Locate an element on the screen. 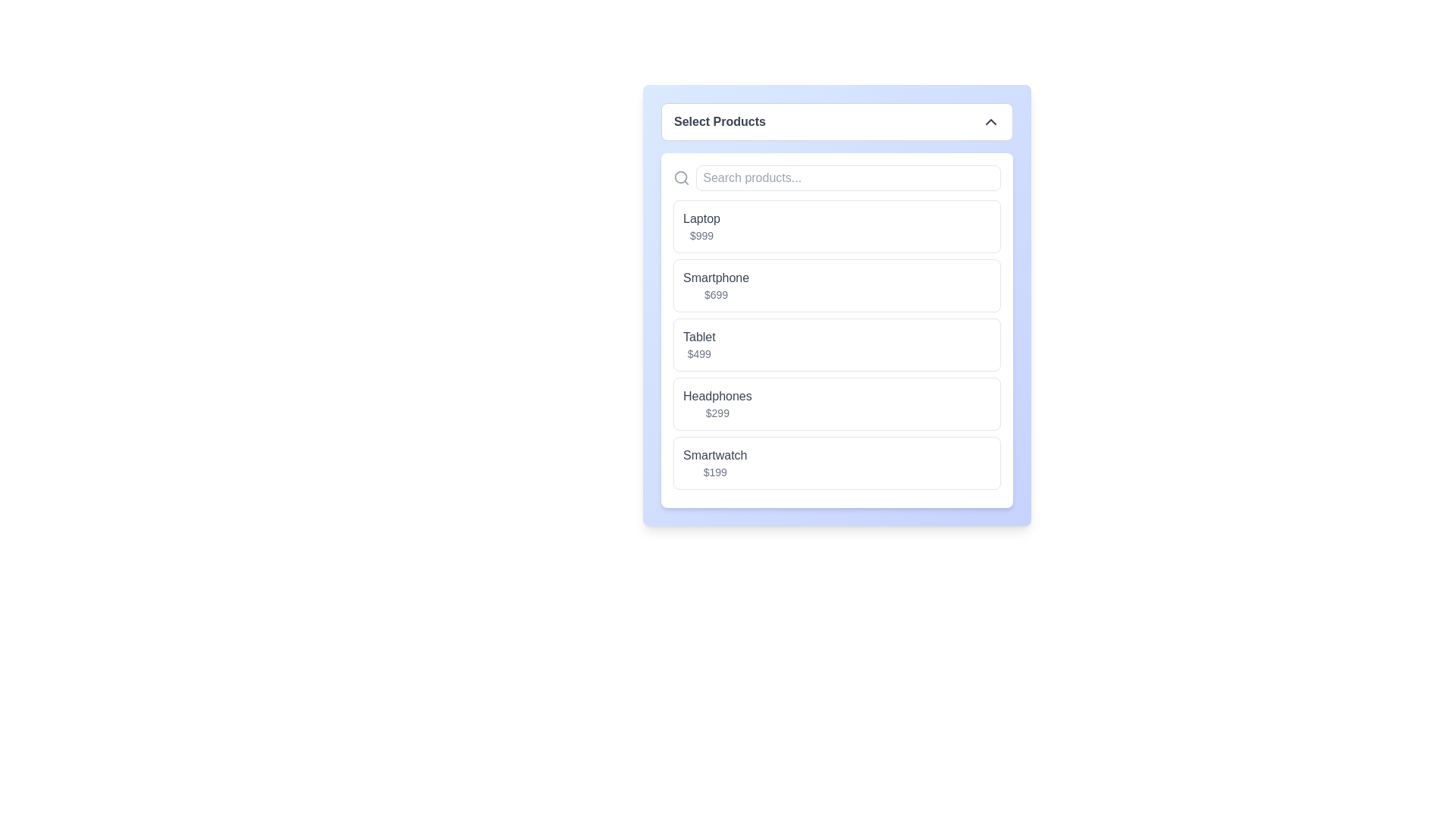 This screenshot has width=1456, height=819. the icon located at the extreme left of the input search bar, adjacent to the 'Search products...' input field is located at coordinates (681, 177).